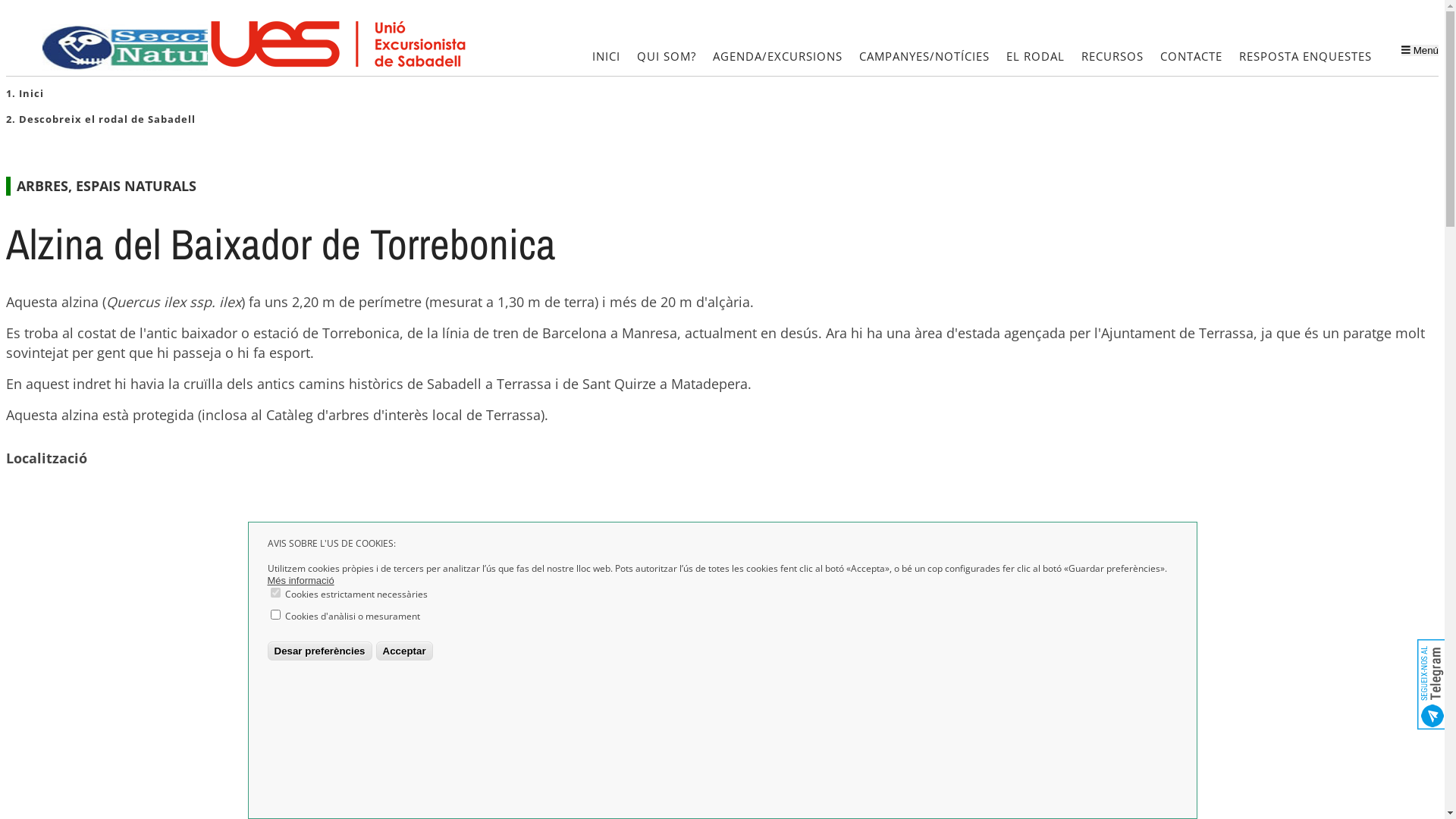 The height and width of the screenshot is (819, 1456). I want to click on 'INICI', so click(605, 56).